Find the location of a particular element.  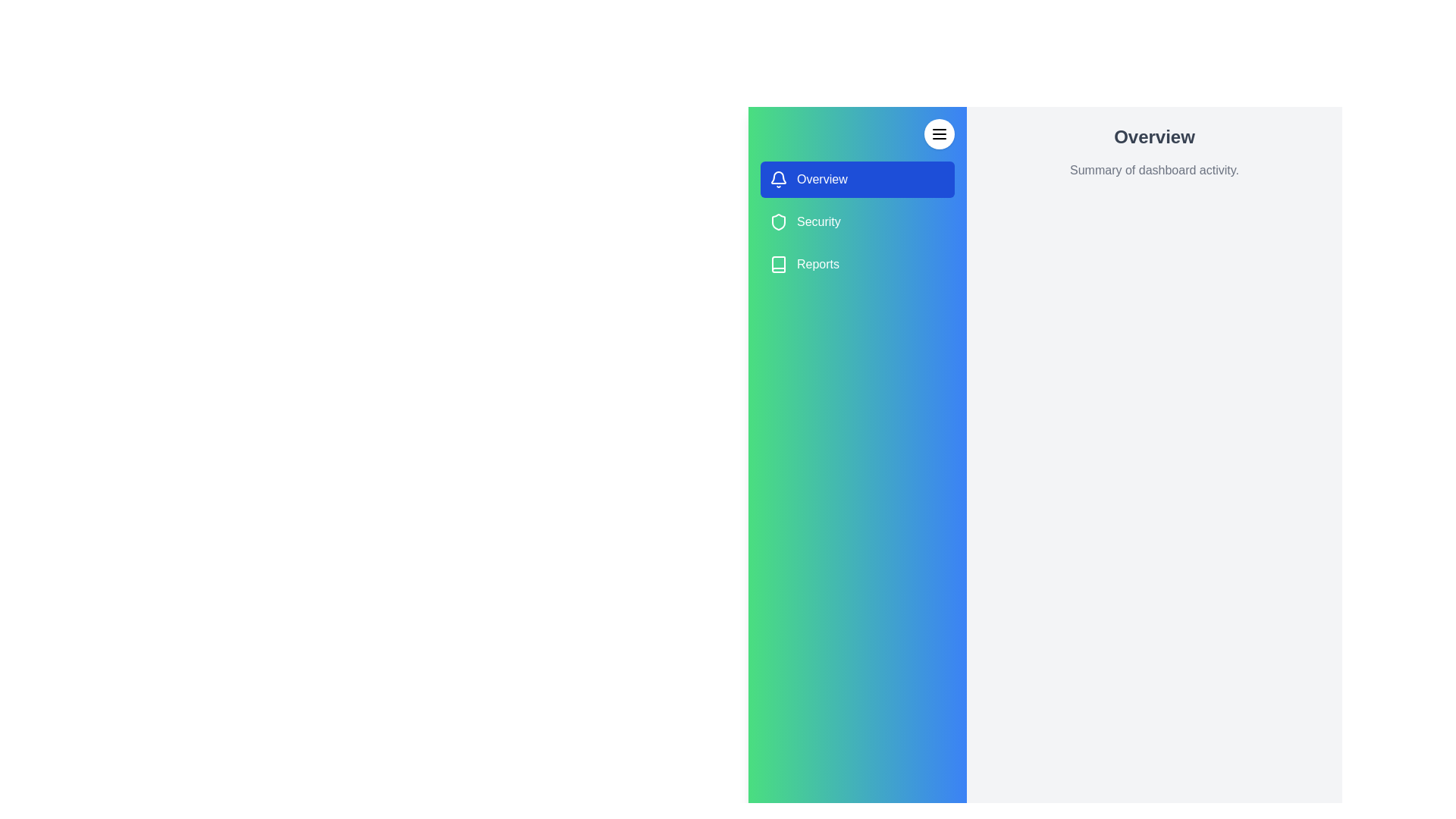

menu button to toggle the navigation drawer is located at coordinates (938, 133).